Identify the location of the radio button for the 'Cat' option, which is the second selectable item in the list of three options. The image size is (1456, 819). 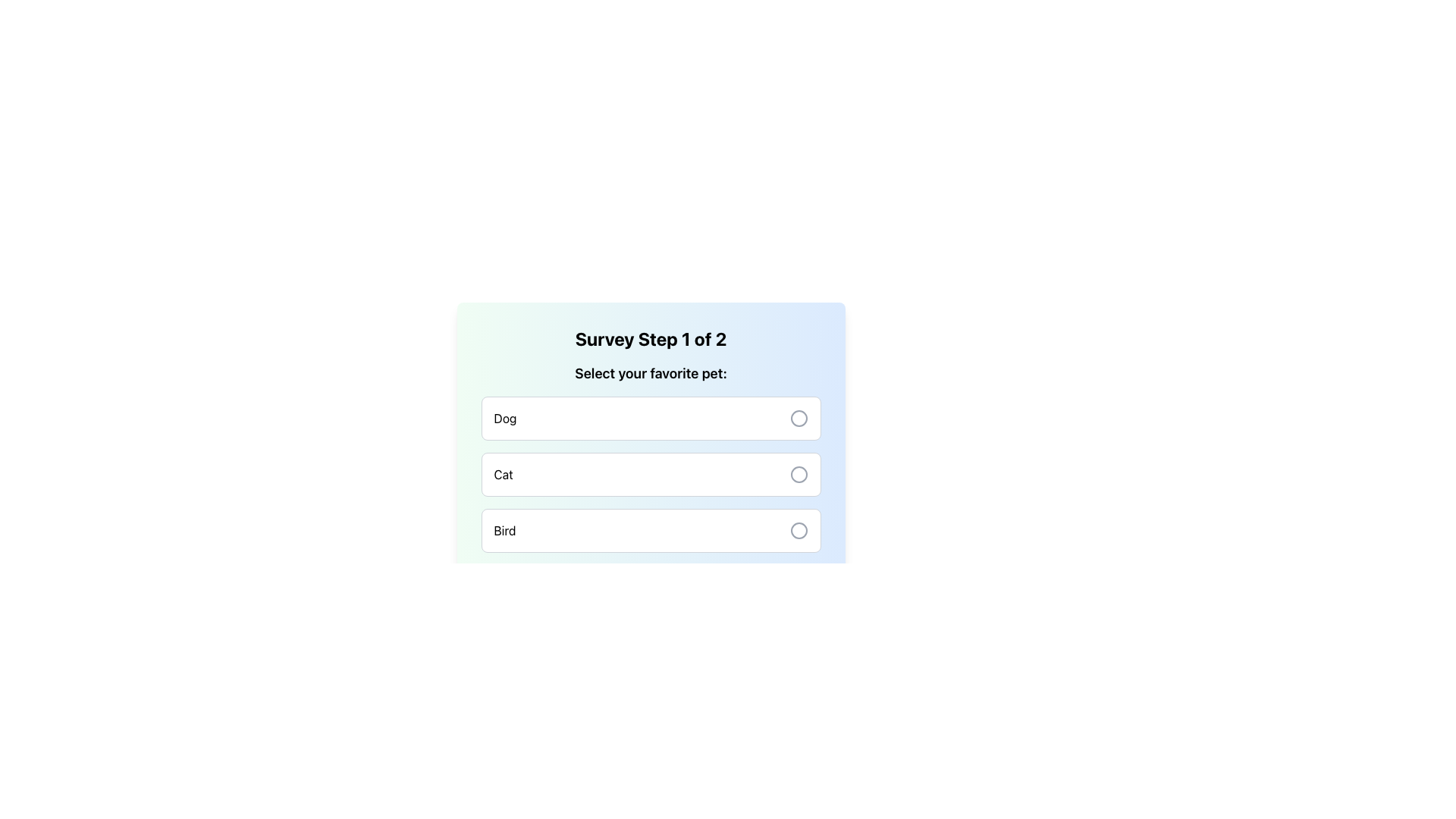
(651, 473).